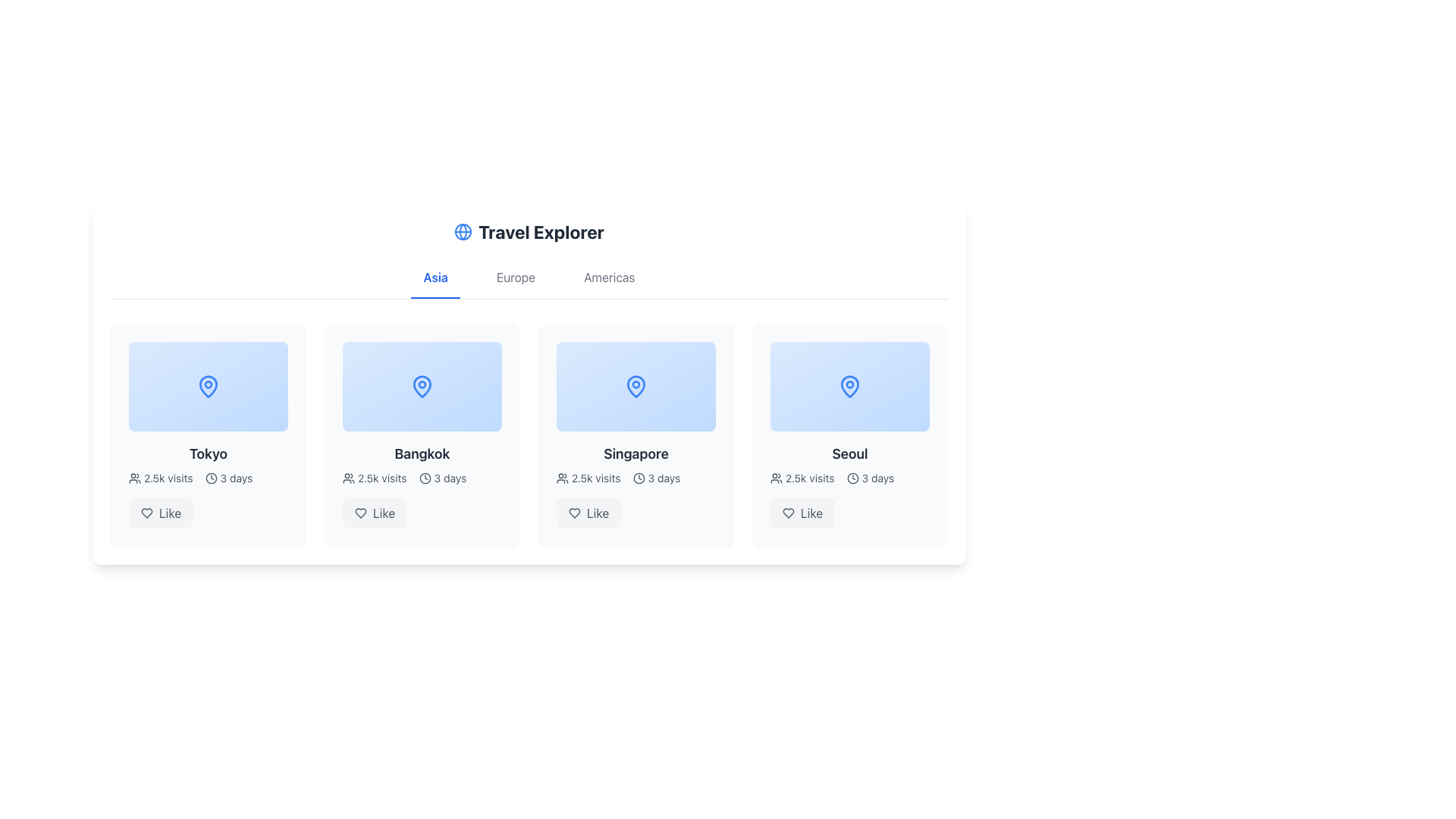 The image size is (1456, 819). What do you see at coordinates (227, 479) in the screenshot?
I see `the compact text indicator displaying '3 days,' which is located within the 'Tokyo' card, underneath the '2.5k visits' text and alongside a heart-shaped 'Like' button` at bounding box center [227, 479].